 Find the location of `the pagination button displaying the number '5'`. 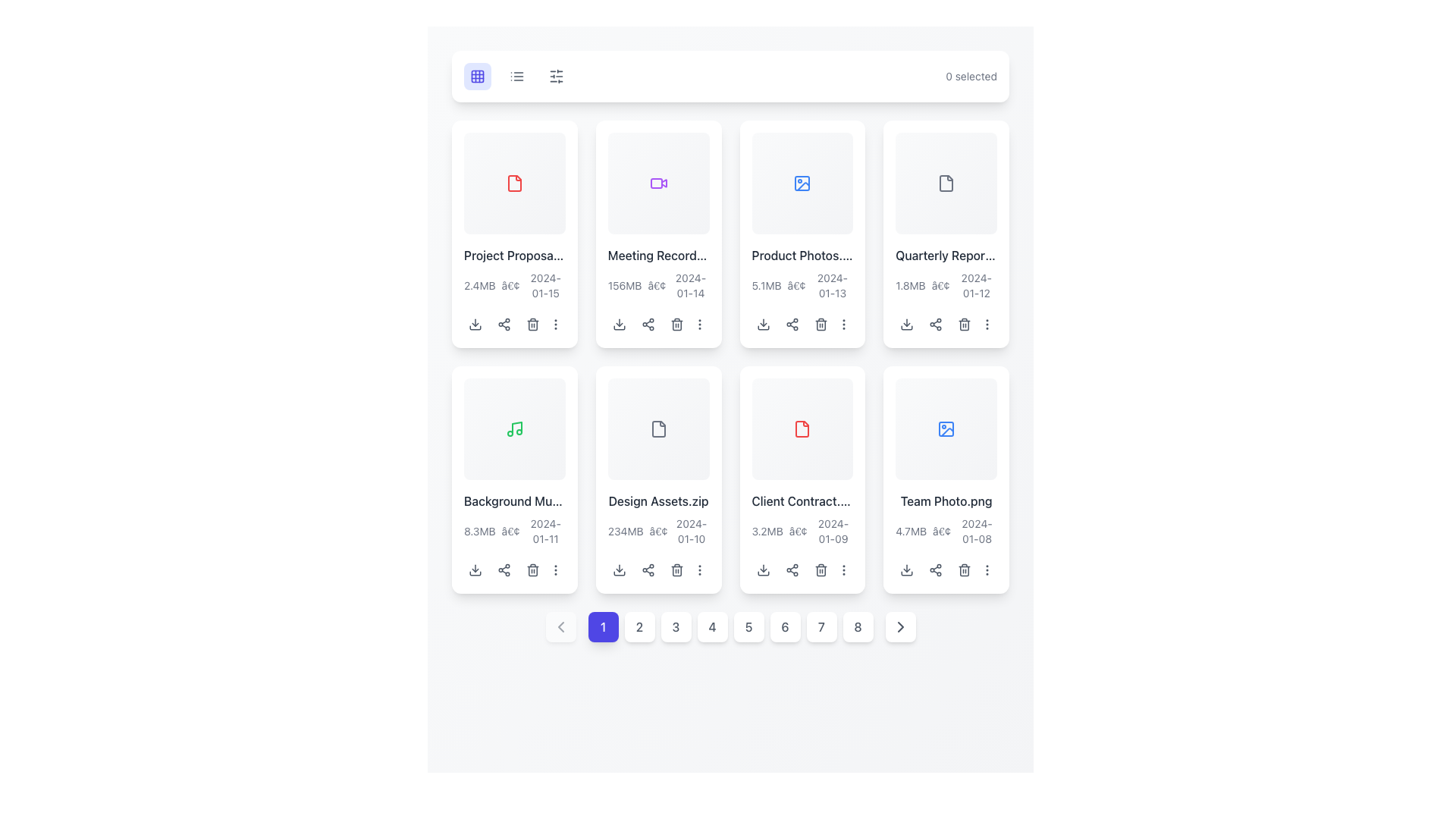

the pagination button displaying the number '5' is located at coordinates (730, 626).